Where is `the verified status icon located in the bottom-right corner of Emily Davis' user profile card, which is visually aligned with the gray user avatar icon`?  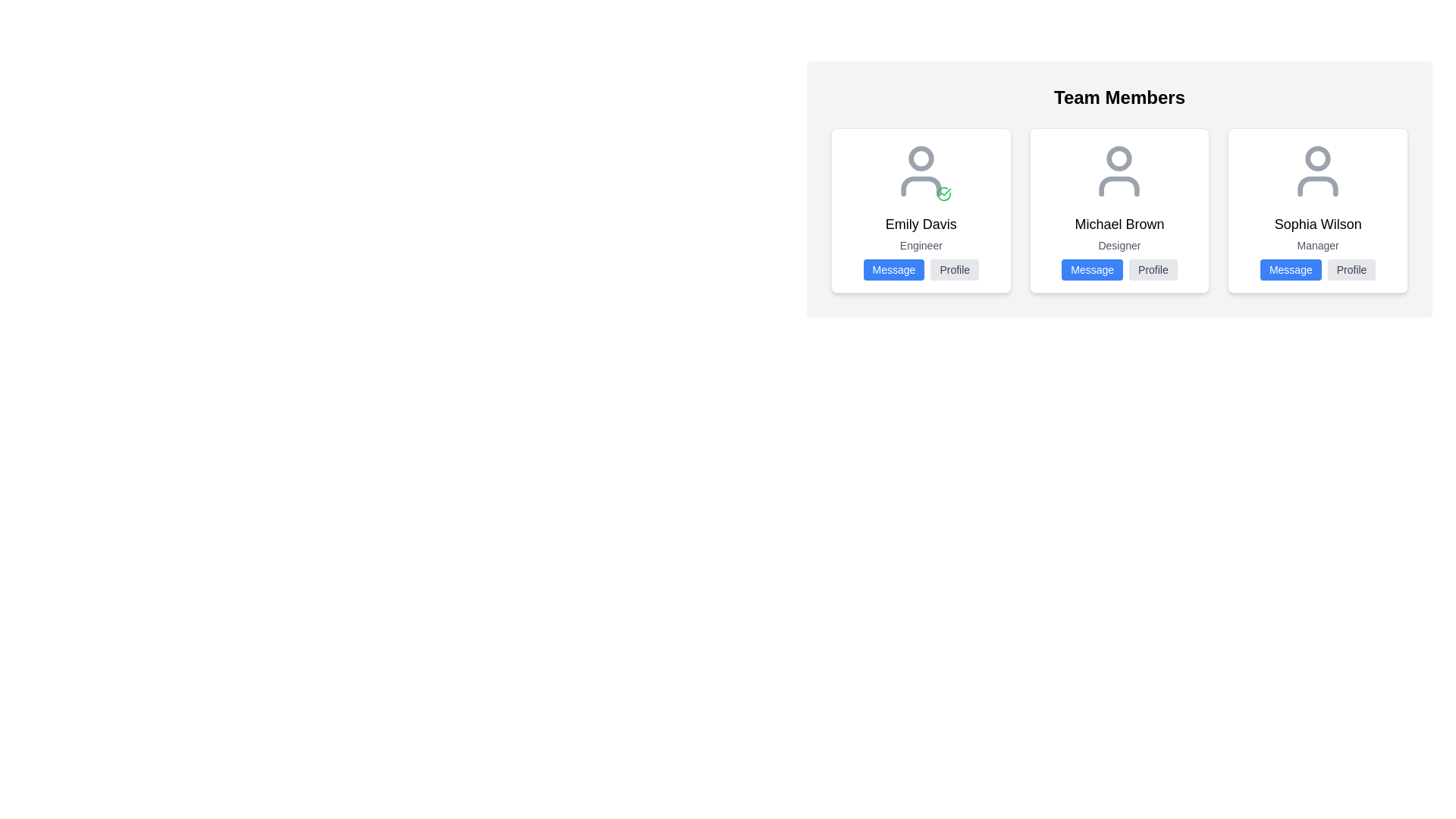 the verified status icon located in the bottom-right corner of Emily Davis' user profile card, which is visually aligned with the gray user avatar icon is located at coordinates (943, 193).